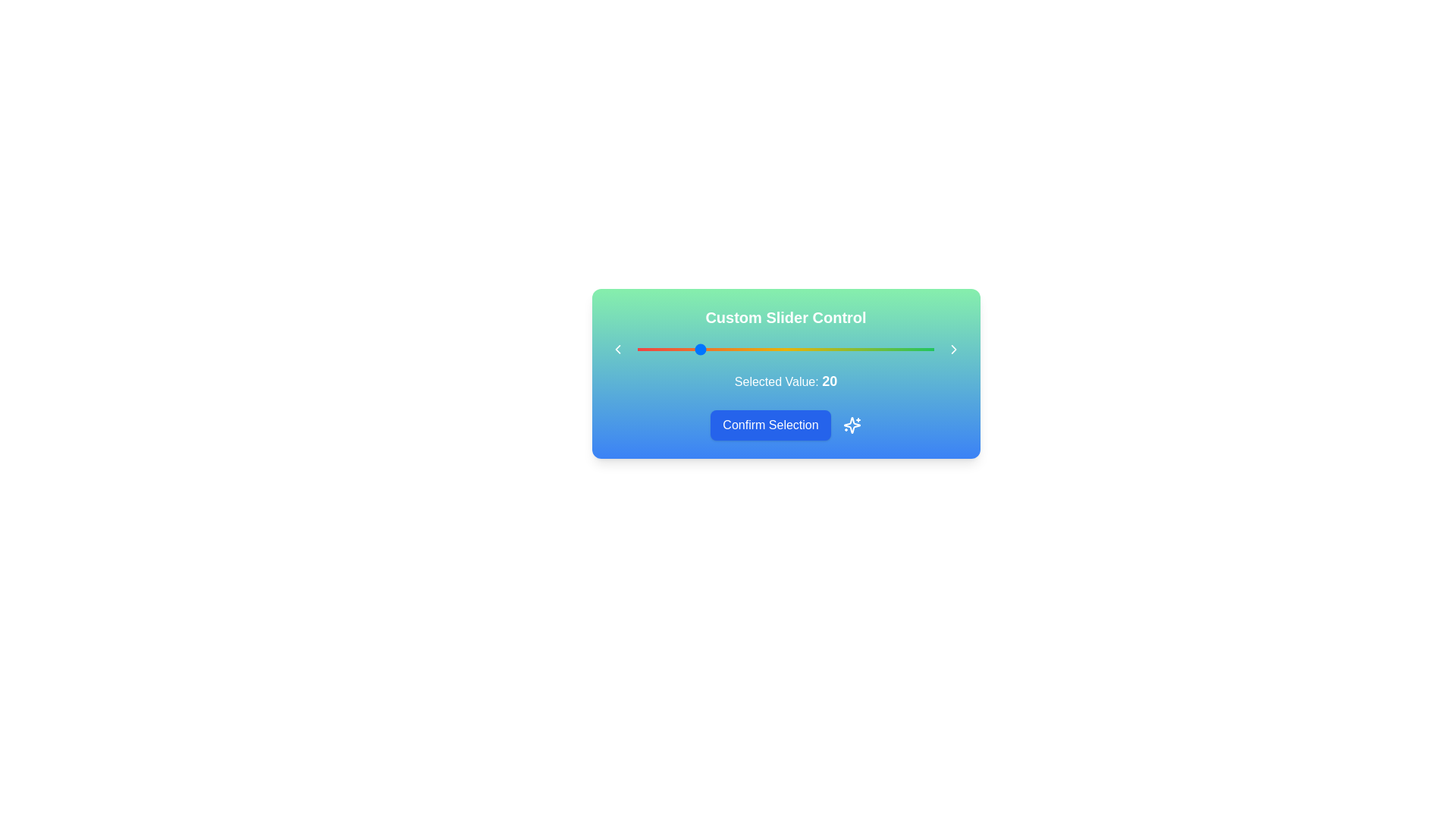 The width and height of the screenshot is (1456, 819). I want to click on the text of the title element located at the top of the slider component, so click(786, 317).